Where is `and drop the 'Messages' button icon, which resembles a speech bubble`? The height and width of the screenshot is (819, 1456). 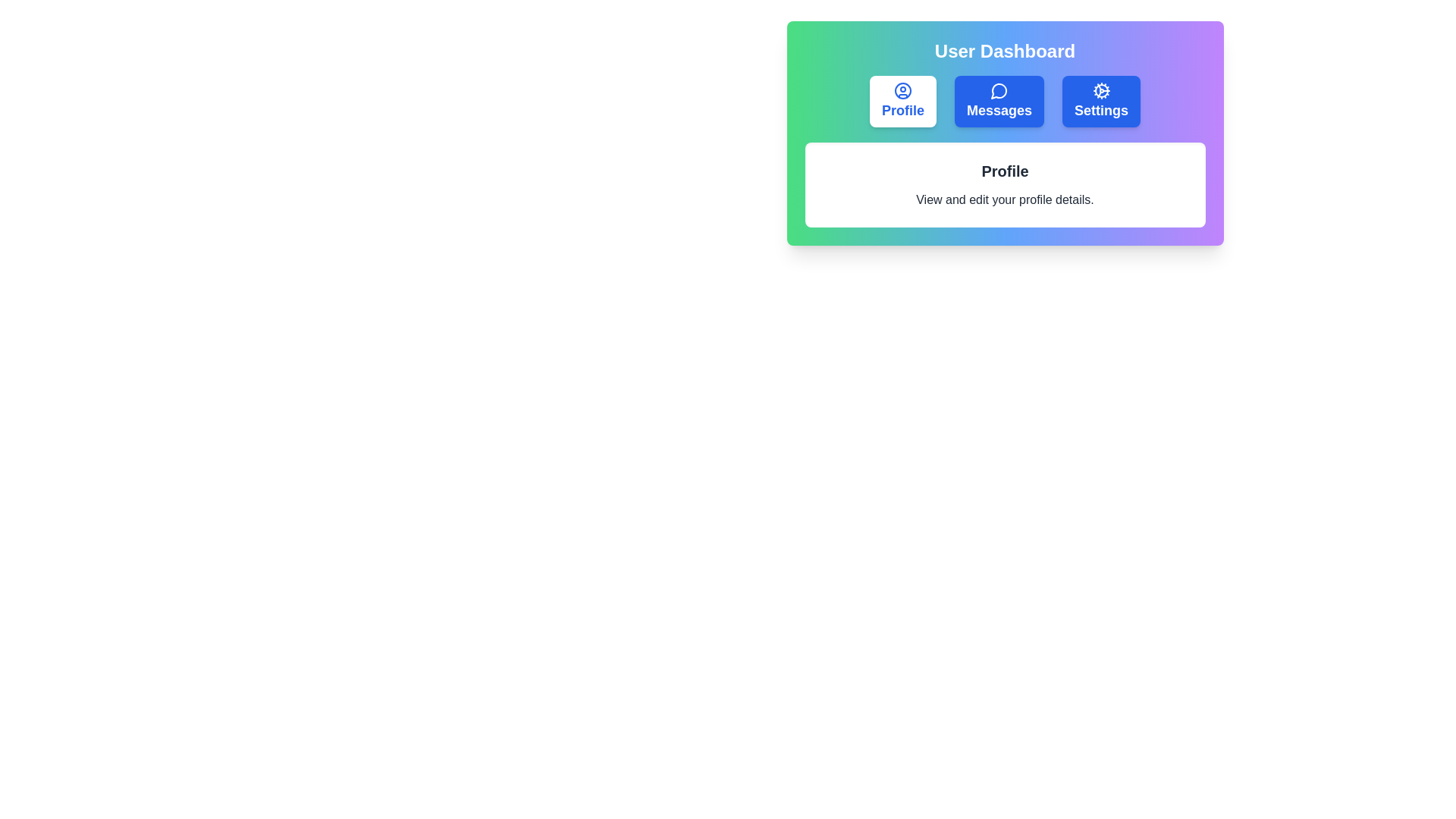
and drop the 'Messages' button icon, which resembles a speech bubble is located at coordinates (999, 90).